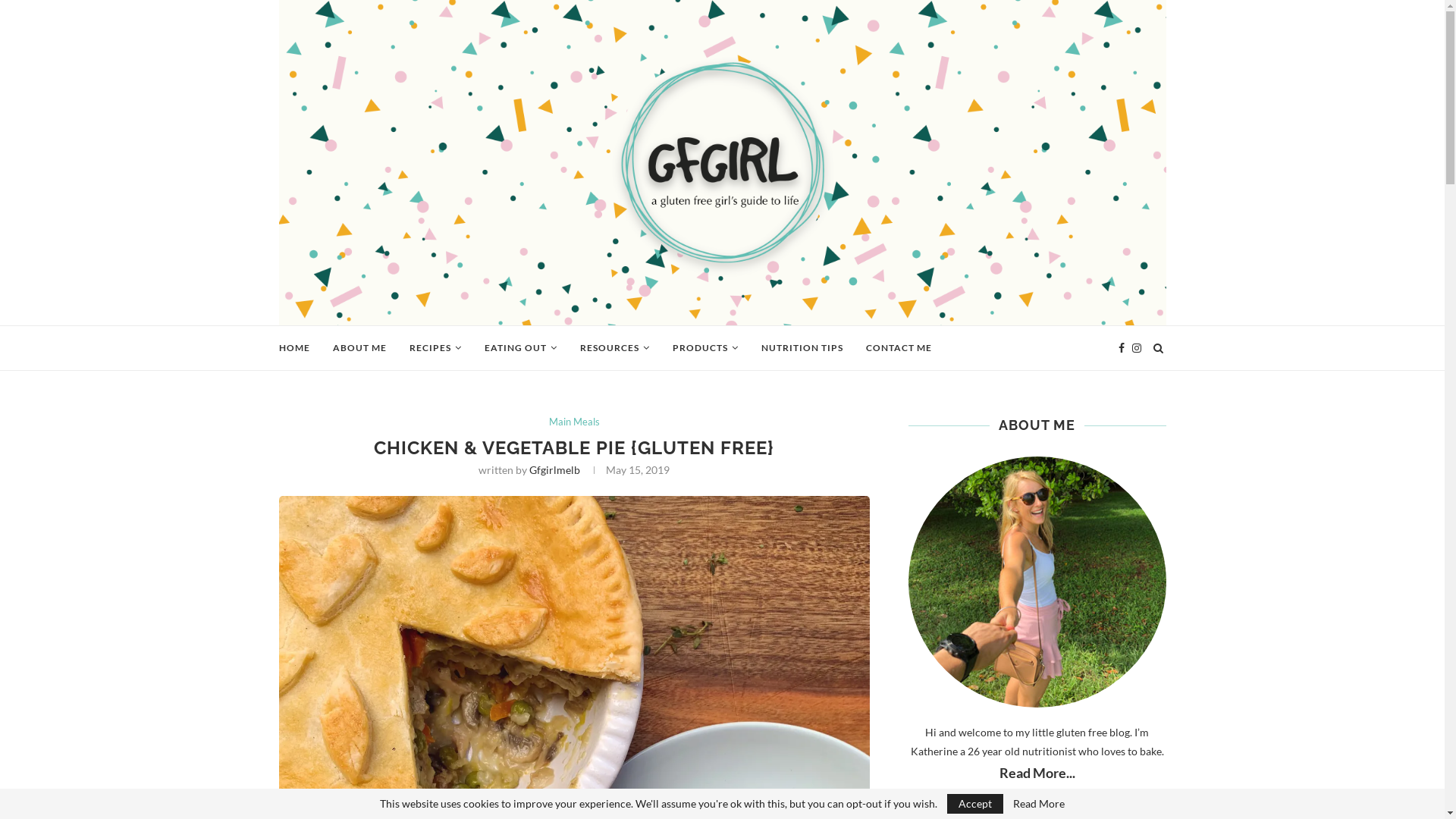 The image size is (1456, 819). I want to click on 'RESOURCES', so click(614, 348).